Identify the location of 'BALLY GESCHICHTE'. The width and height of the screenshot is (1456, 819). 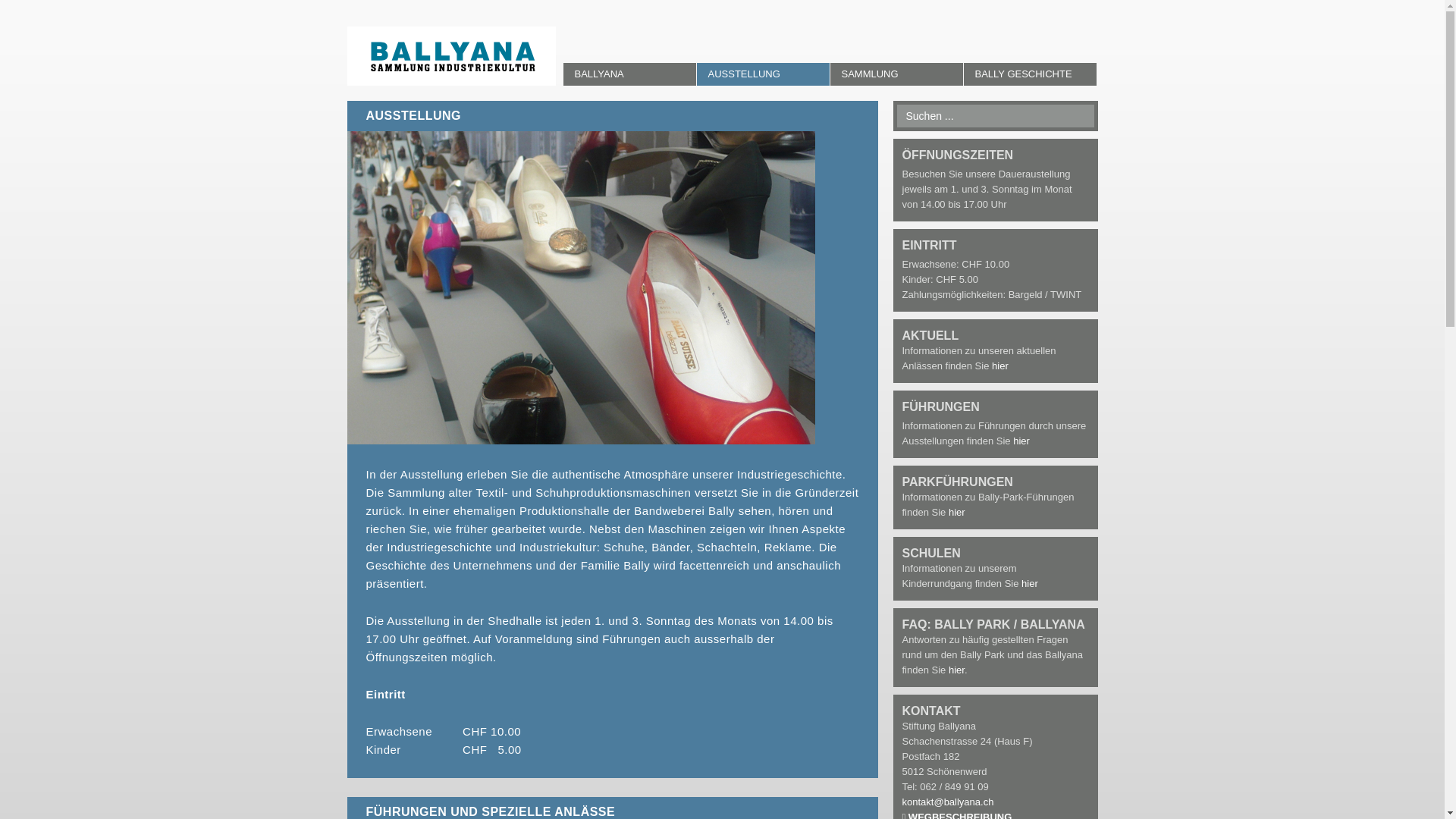
(1029, 74).